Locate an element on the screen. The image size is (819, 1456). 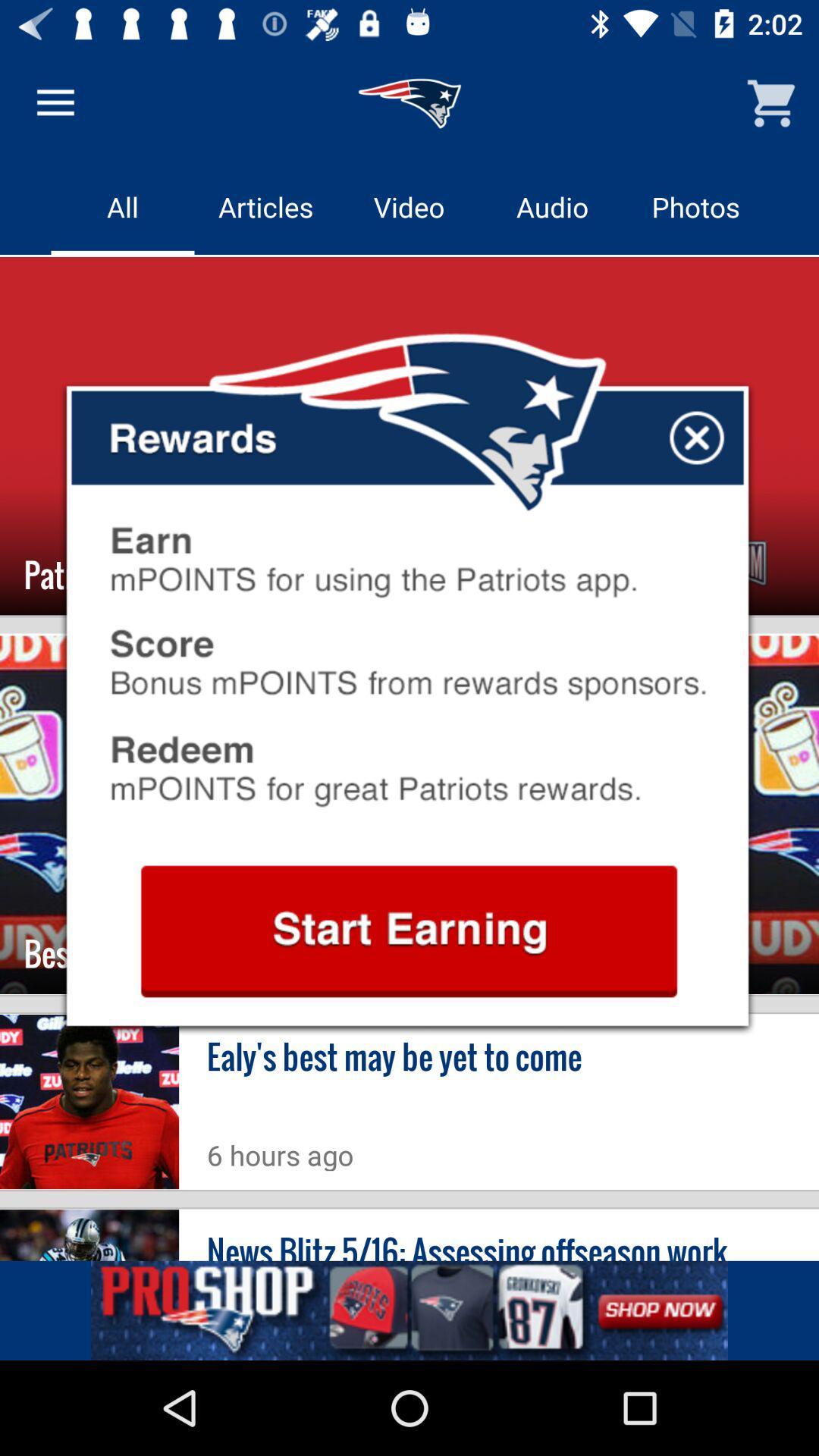
register/open account is located at coordinates (408, 930).